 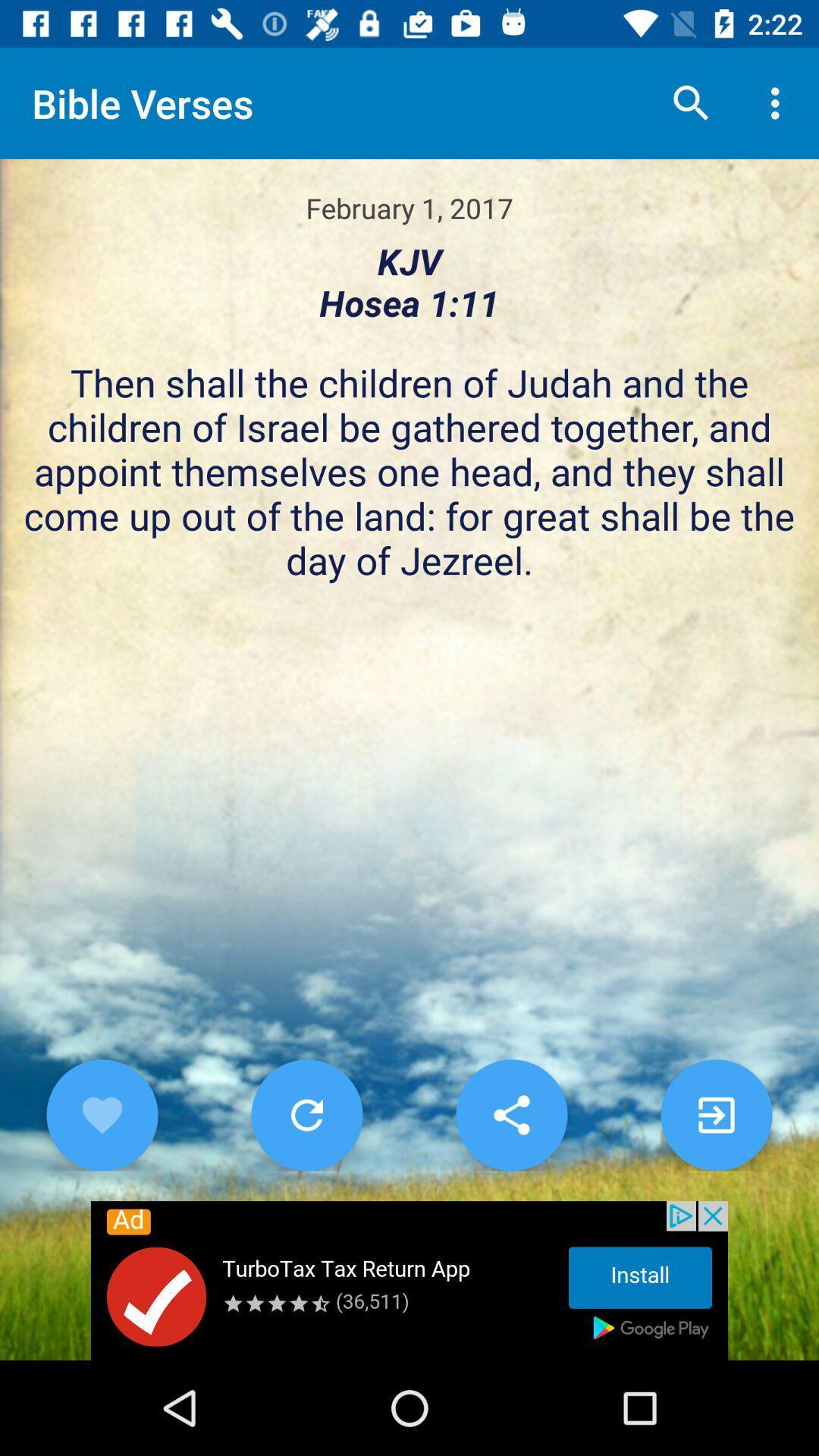 What do you see at coordinates (717, 1115) in the screenshot?
I see `the launch icon` at bounding box center [717, 1115].